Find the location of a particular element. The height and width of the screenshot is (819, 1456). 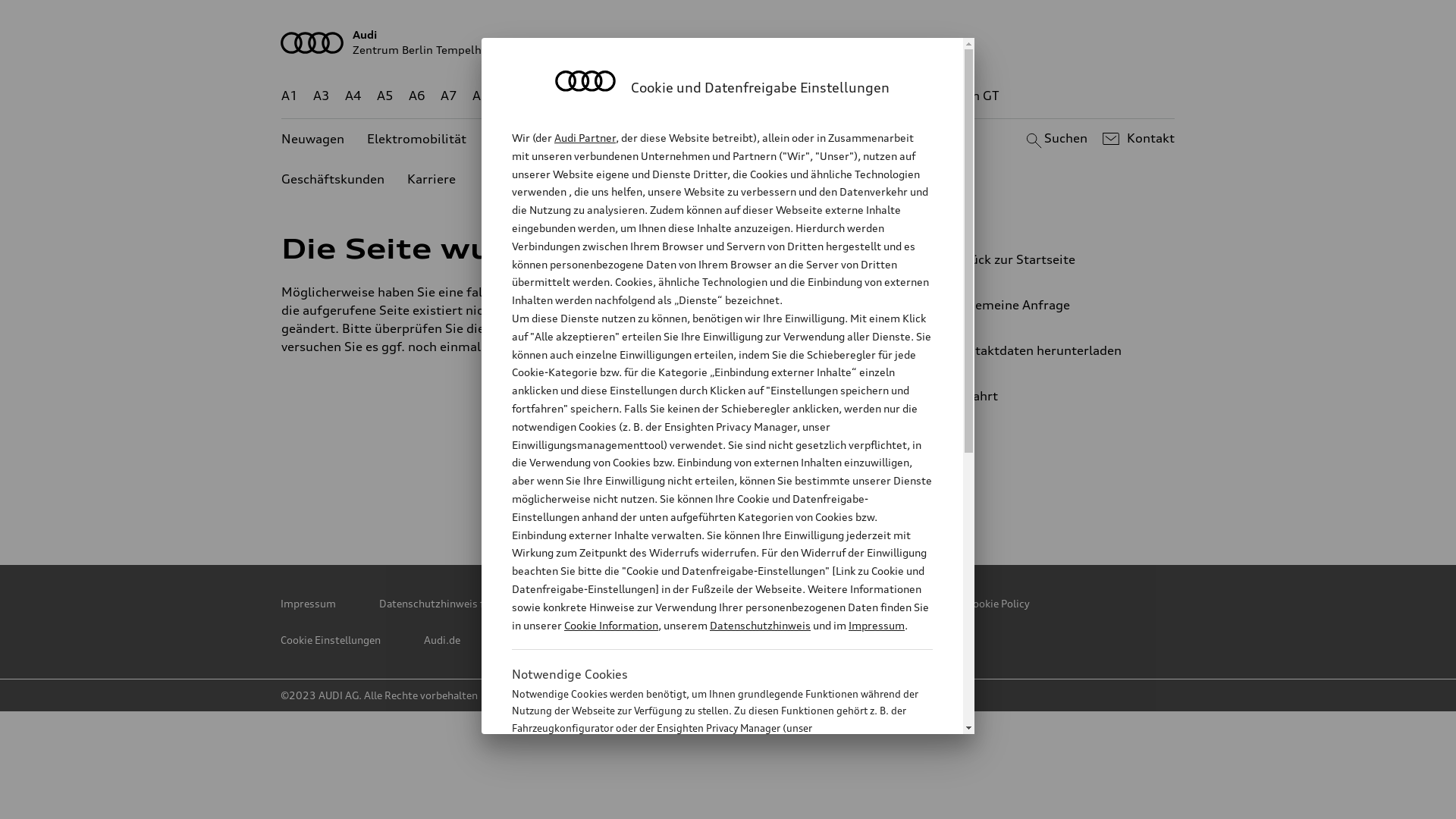

'Audi Partner' is located at coordinates (584, 137).